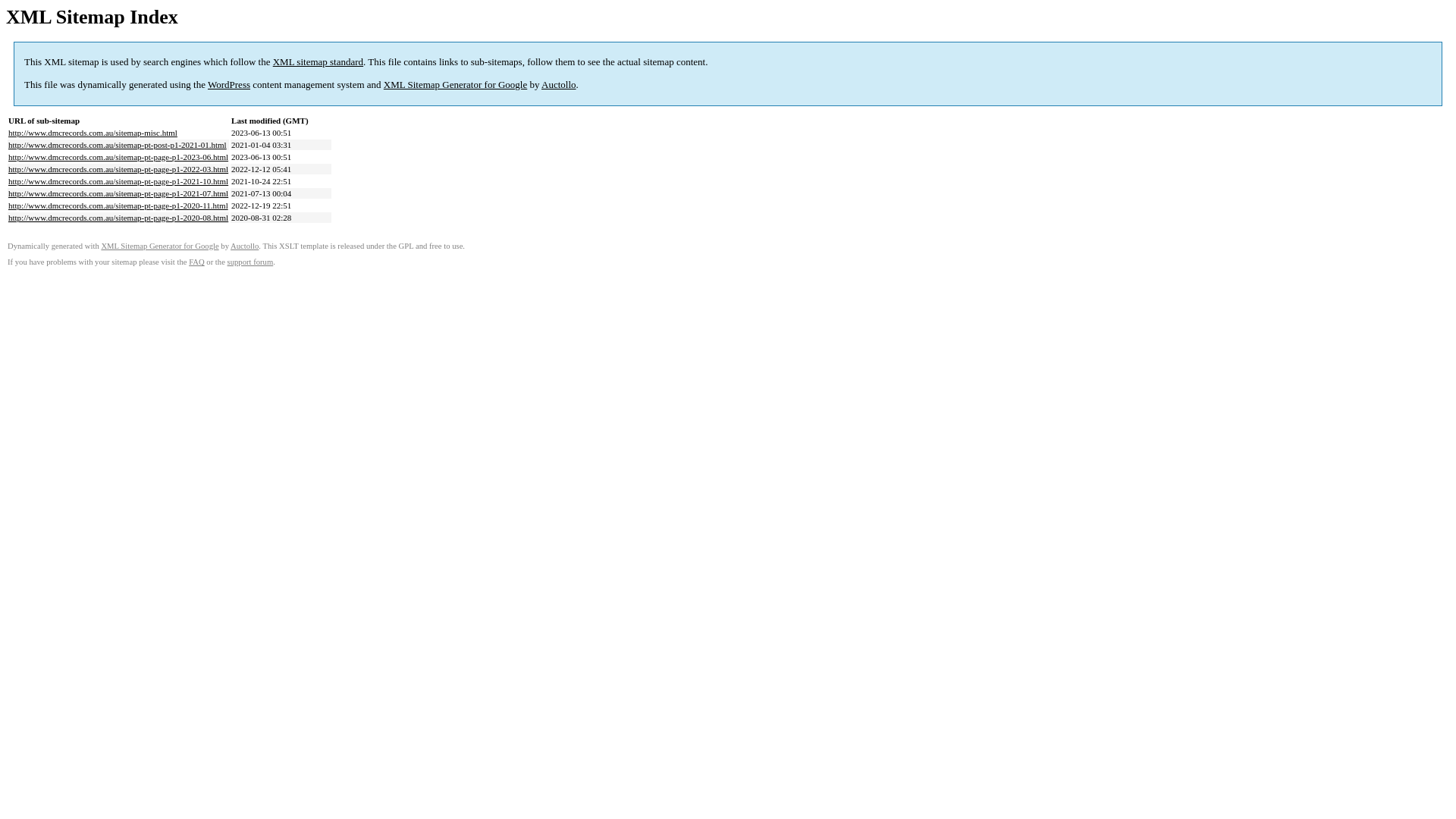 The height and width of the screenshot is (819, 1456). Describe the element at coordinates (317, 61) in the screenshot. I see `'XML sitemap standard'` at that location.